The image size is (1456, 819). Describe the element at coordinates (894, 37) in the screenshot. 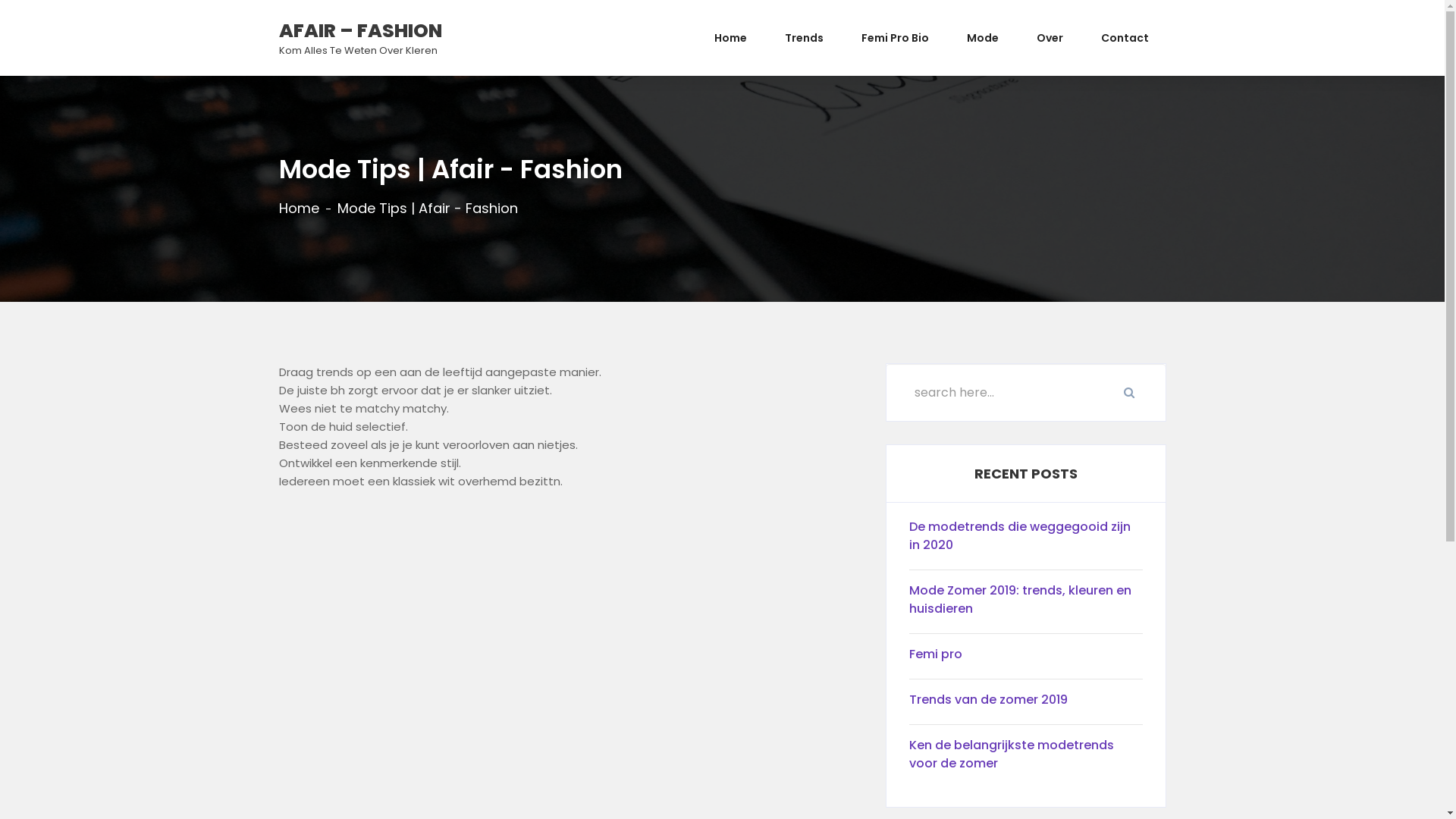

I see `'Femi Pro Bio'` at that location.